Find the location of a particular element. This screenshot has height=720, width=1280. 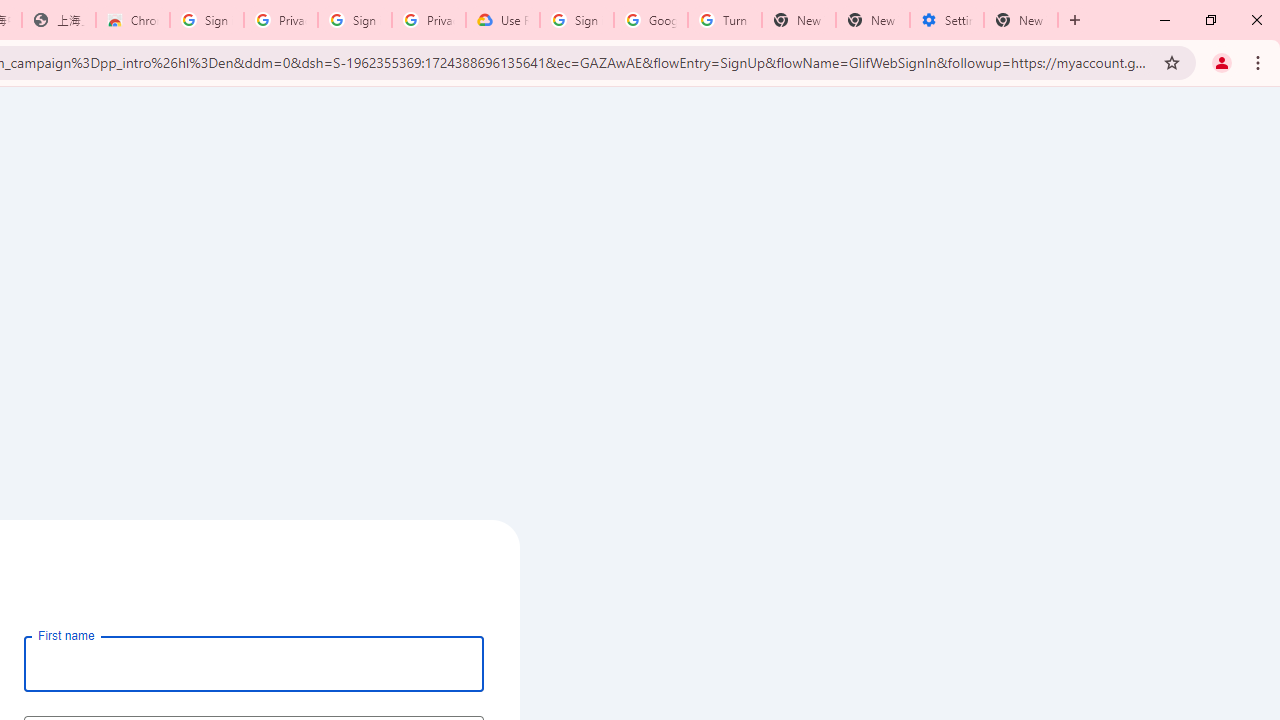

'New Tab' is located at coordinates (1021, 20).